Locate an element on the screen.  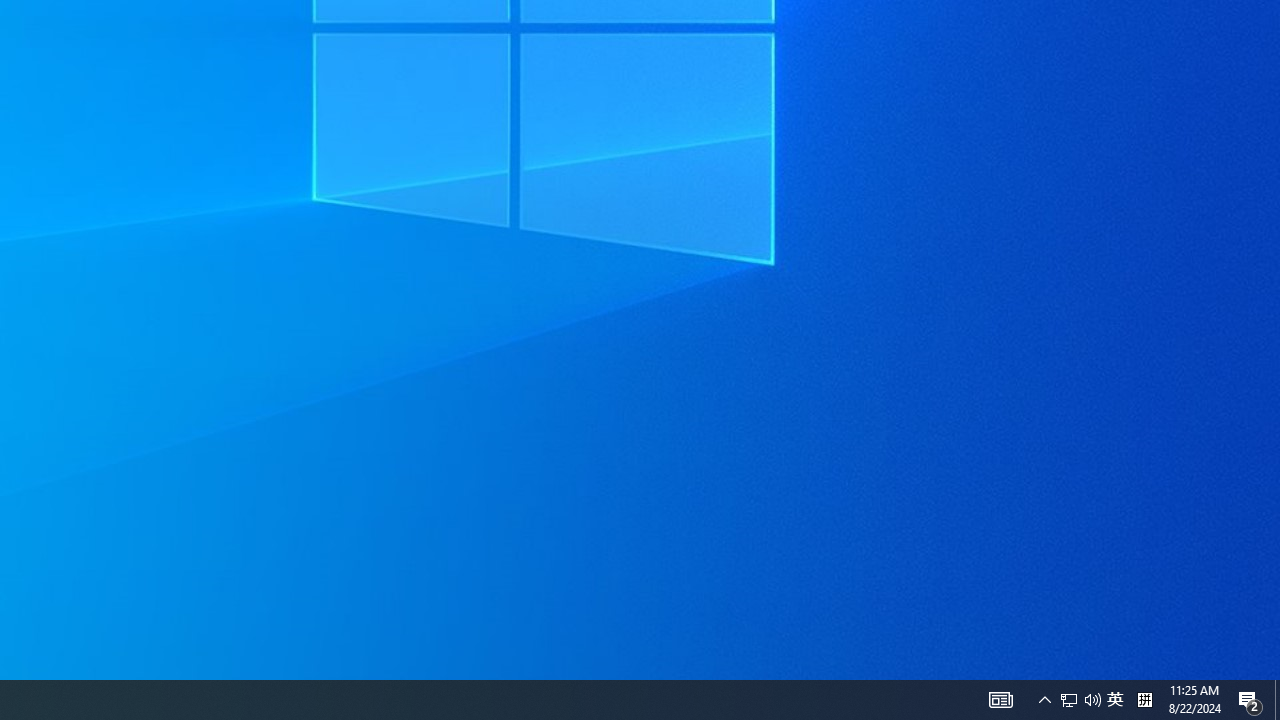
'User Promoted Notification Area' is located at coordinates (1044, 698).